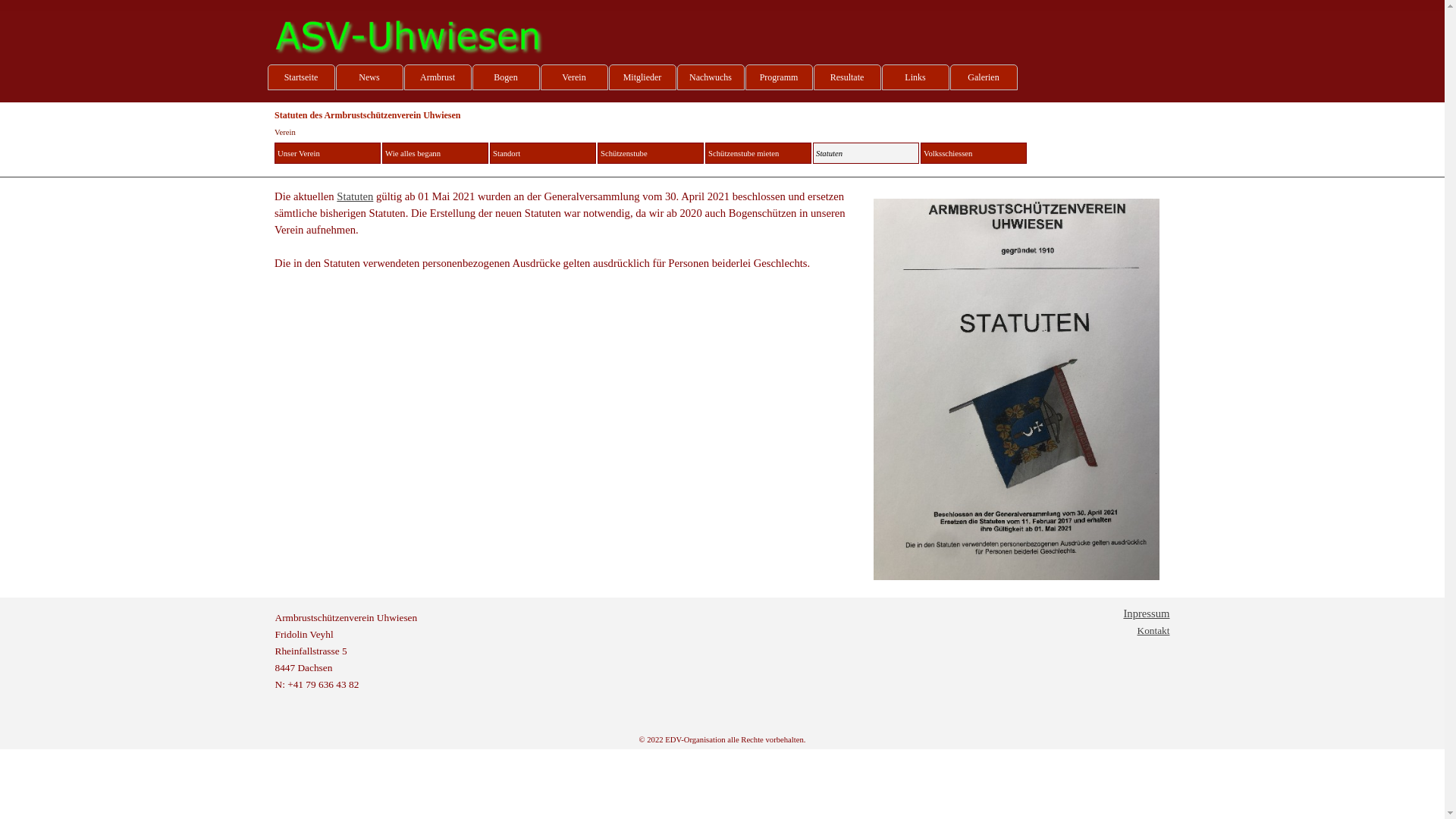 This screenshot has width=1456, height=819. Describe the element at coordinates (1146, 613) in the screenshot. I see `'Inpressum'` at that location.